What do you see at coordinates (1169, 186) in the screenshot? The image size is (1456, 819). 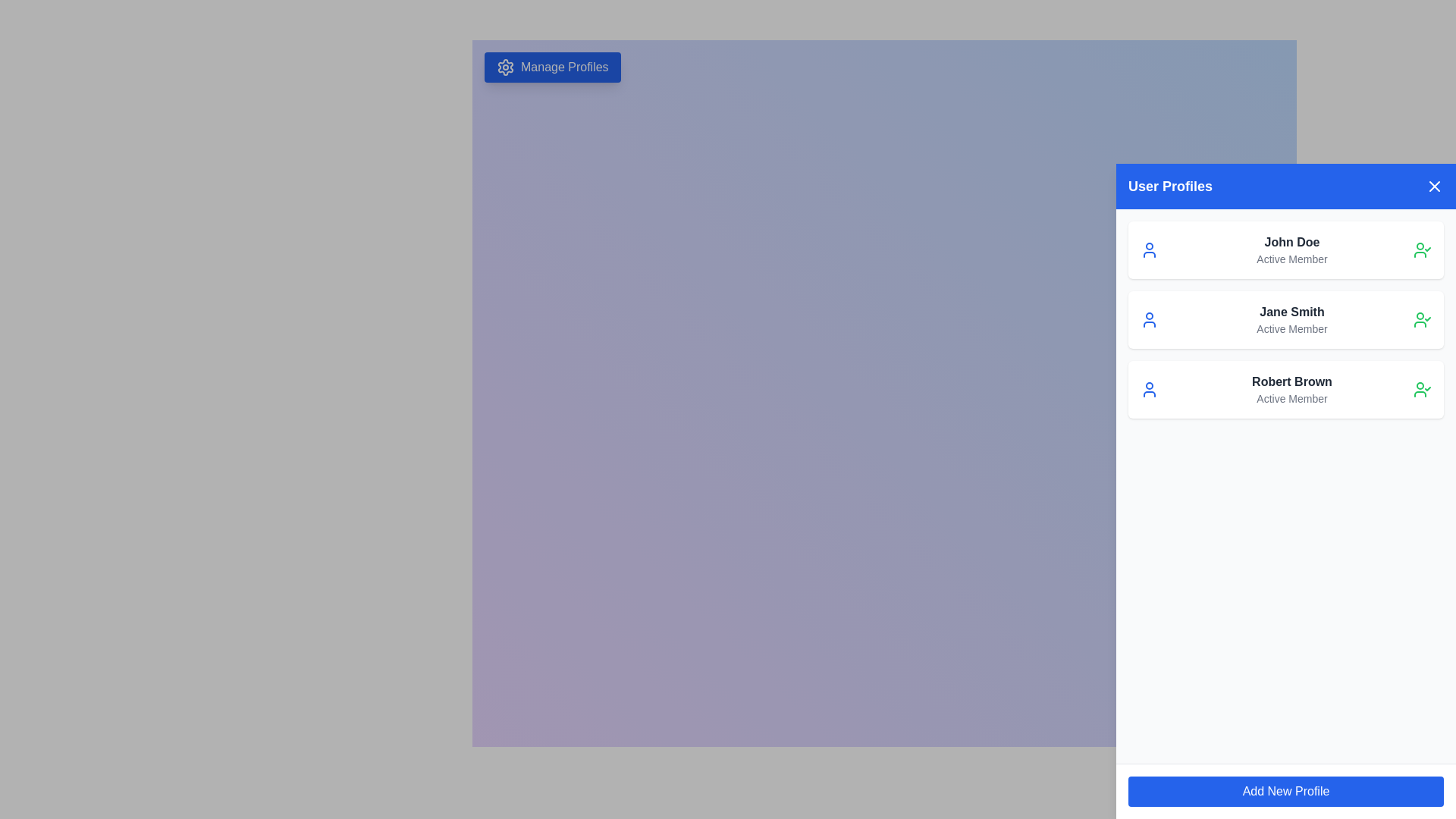 I see `text label indicating 'User Profiles' located in the blue navigation header at the top left section` at bounding box center [1169, 186].